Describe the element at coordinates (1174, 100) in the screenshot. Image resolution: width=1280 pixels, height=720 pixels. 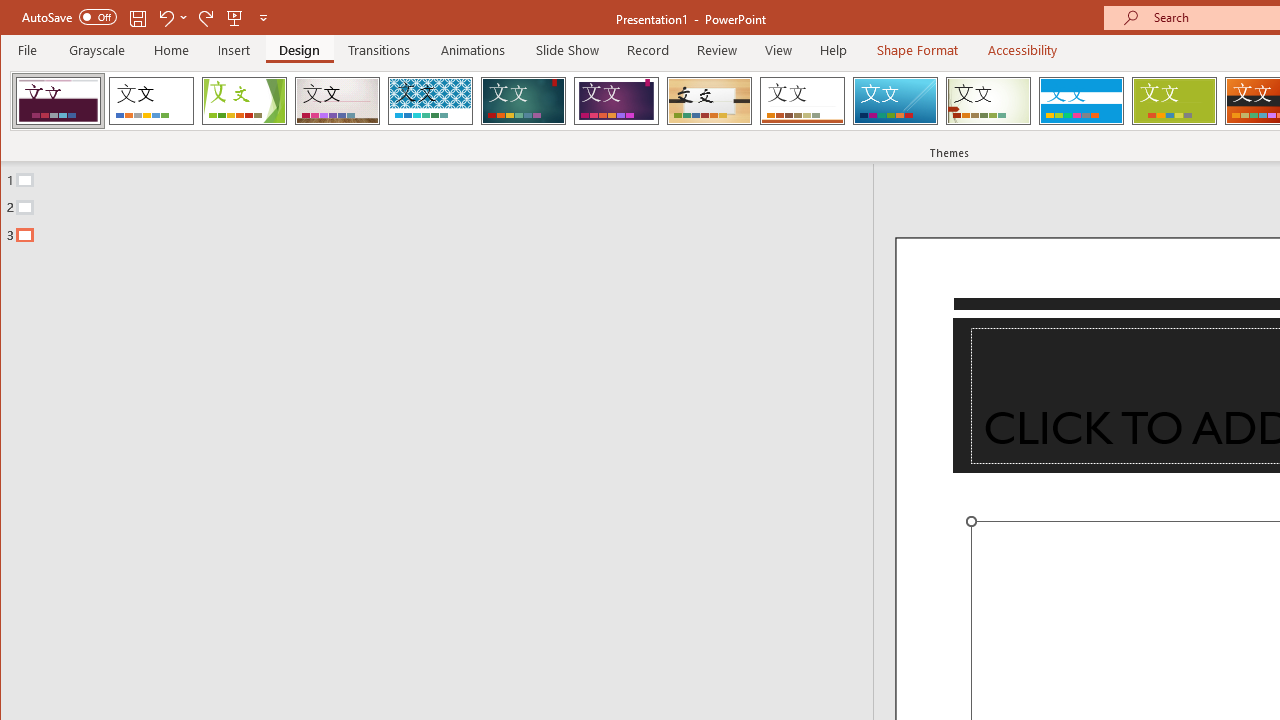
I see `'Basis'` at that location.